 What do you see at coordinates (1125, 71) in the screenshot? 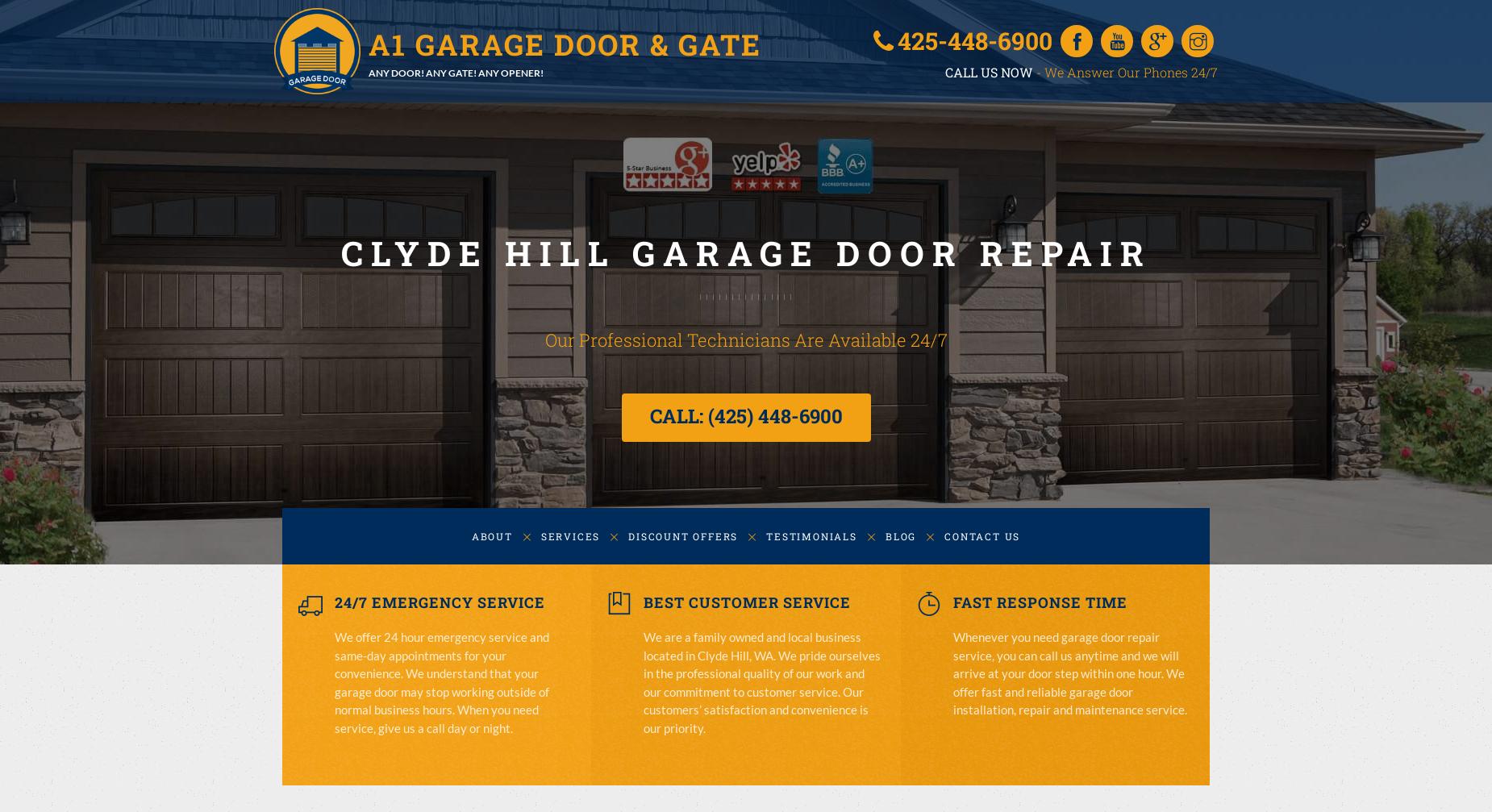
I see `'- We Answer Our Phones 24/7'` at bounding box center [1125, 71].